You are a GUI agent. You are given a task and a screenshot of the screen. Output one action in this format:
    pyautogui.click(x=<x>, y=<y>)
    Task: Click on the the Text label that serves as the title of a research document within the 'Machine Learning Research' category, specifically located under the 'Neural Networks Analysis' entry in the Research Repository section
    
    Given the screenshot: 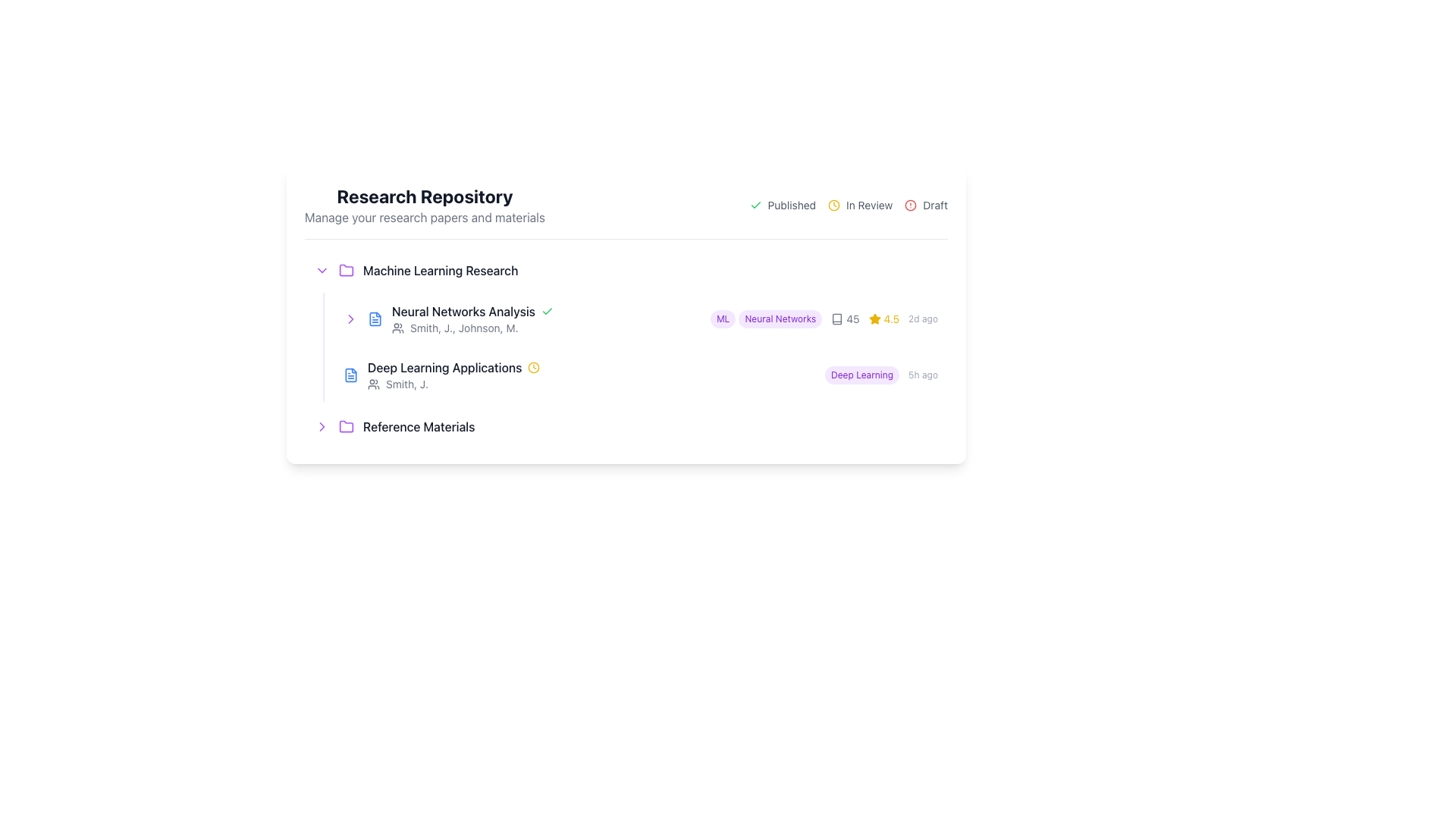 What is the action you would take?
    pyautogui.click(x=444, y=368)
    